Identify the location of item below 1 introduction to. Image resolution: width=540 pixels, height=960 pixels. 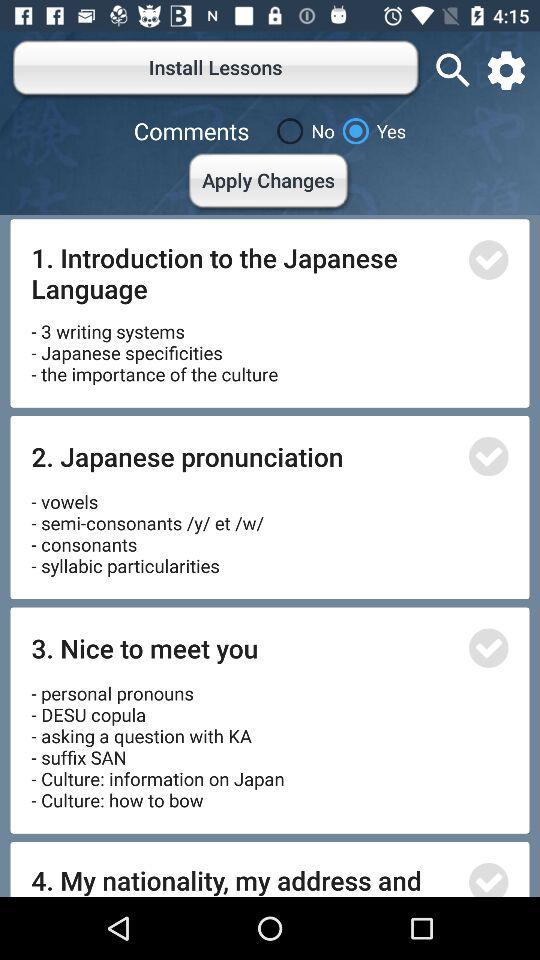
(153, 346).